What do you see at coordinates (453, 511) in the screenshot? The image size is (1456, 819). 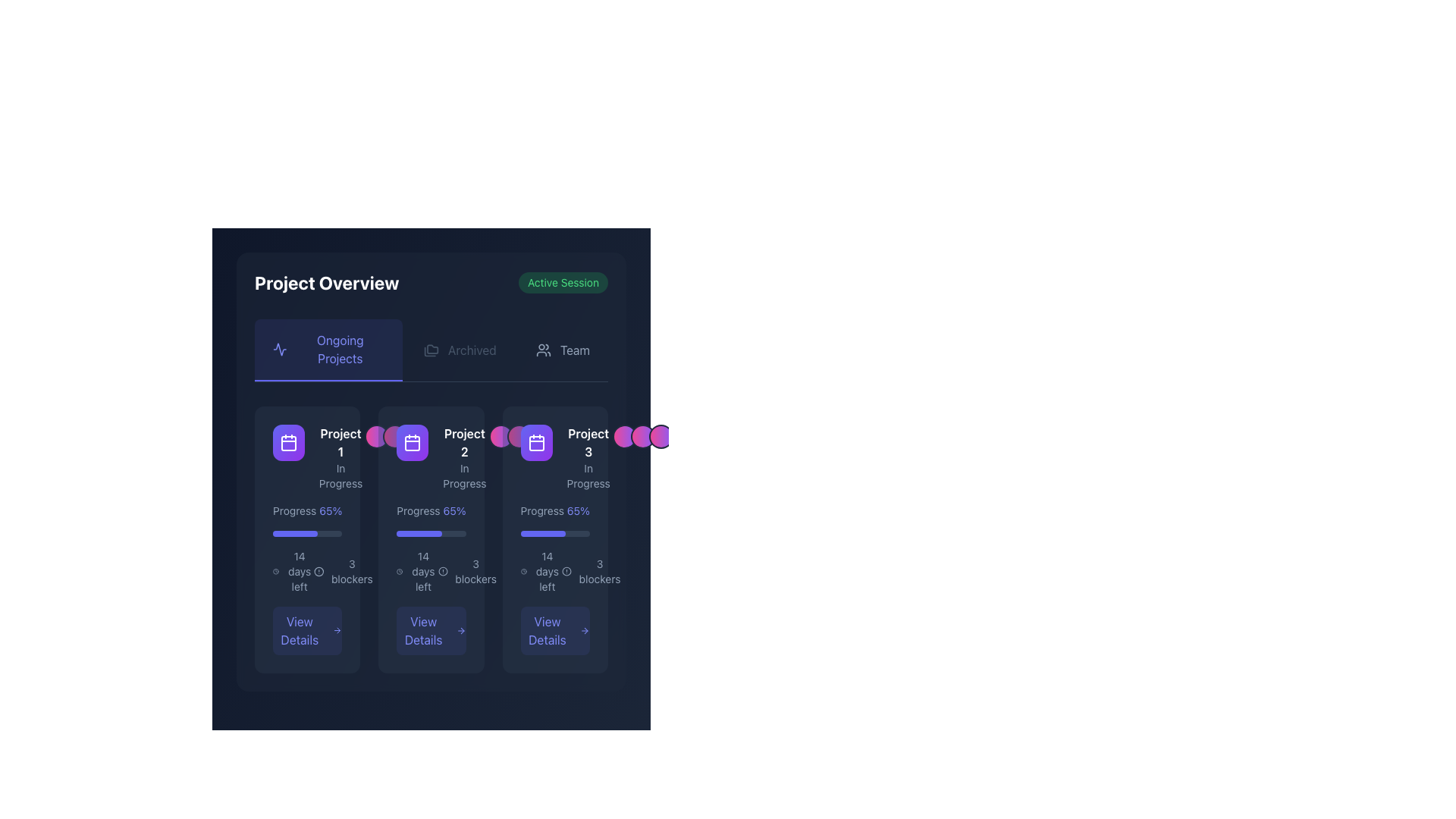 I see `progress percentage displayed in the static text label located on the right side of the 'Progress' label within the 'Project 2' card` at bounding box center [453, 511].